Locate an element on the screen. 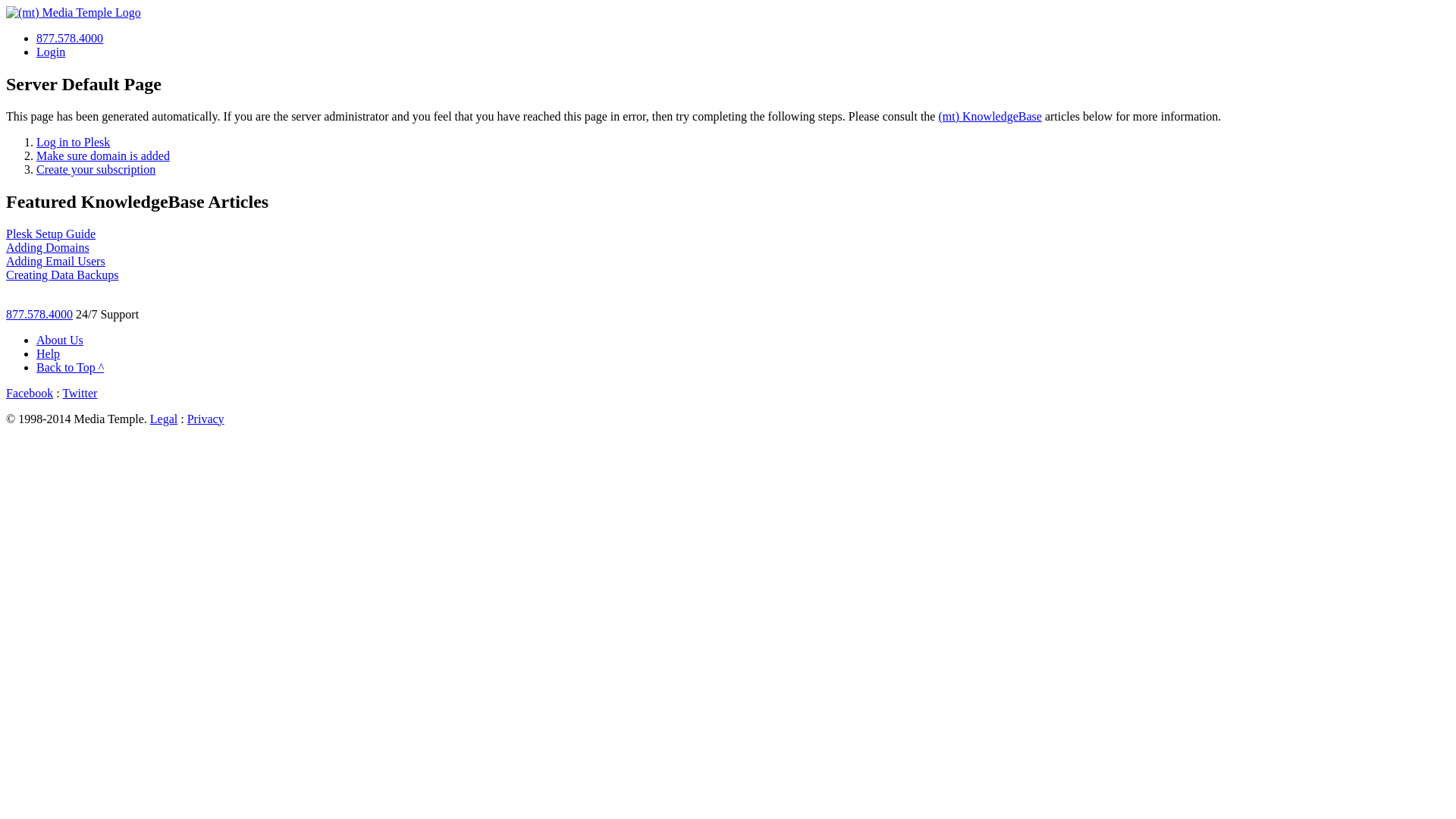  'Creating Data Backups' is located at coordinates (61, 275).